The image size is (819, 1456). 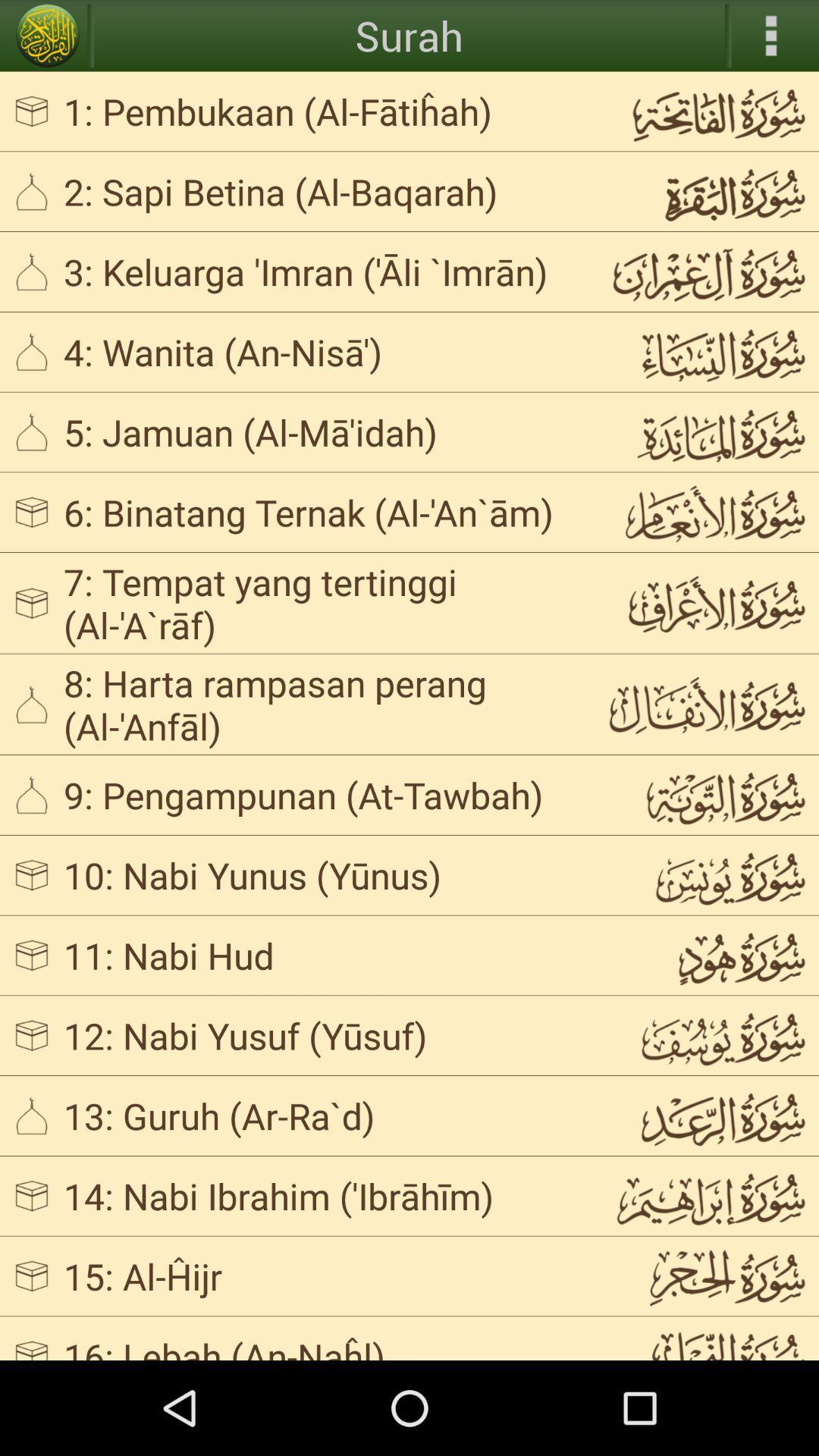 What do you see at coordinates (322, 794) in the screenshot?
I see `app below 8 harta rampasan icon` at bounding box center [322, 794].